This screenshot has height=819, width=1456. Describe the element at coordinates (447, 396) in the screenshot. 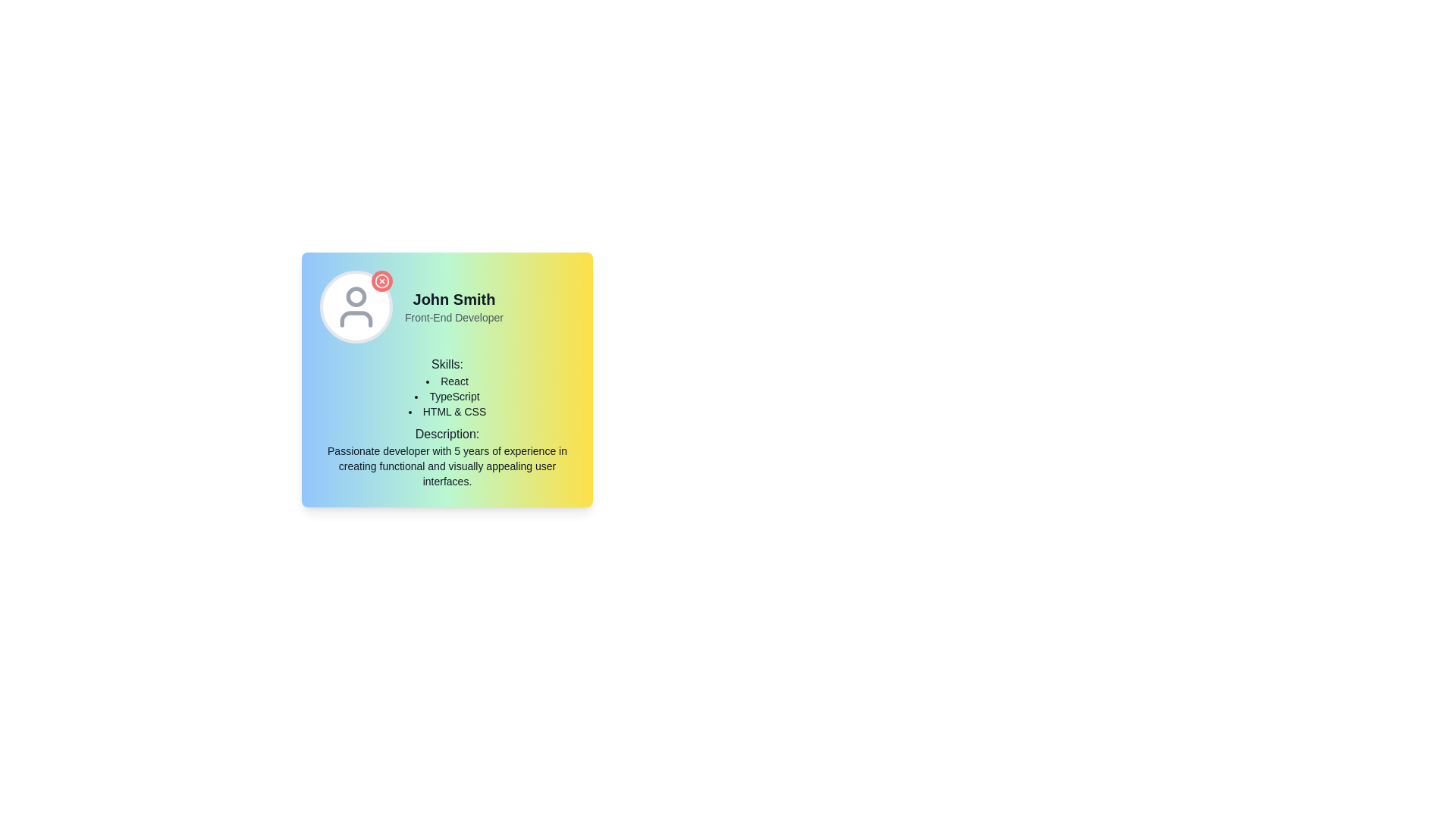

I see `the 'TypeScript' text label in the skills list, which is the second item under the 'Skills' header on the profile card` at that location.